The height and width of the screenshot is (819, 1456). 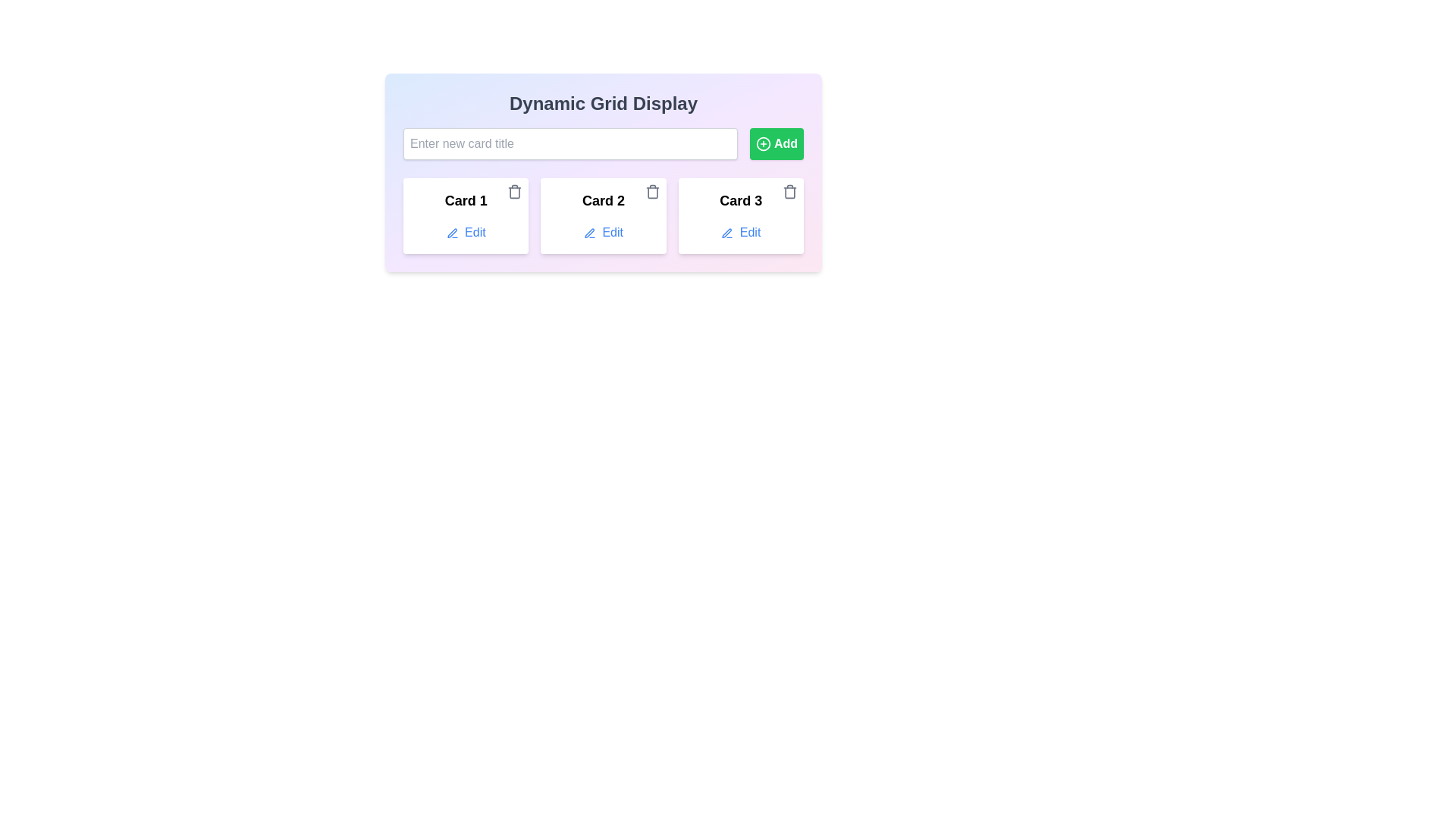 What do you see at coordinates (465, 200) in the screenshot?
I see `the title Label at the top-left section of the card` at bounding box center [465, 200].